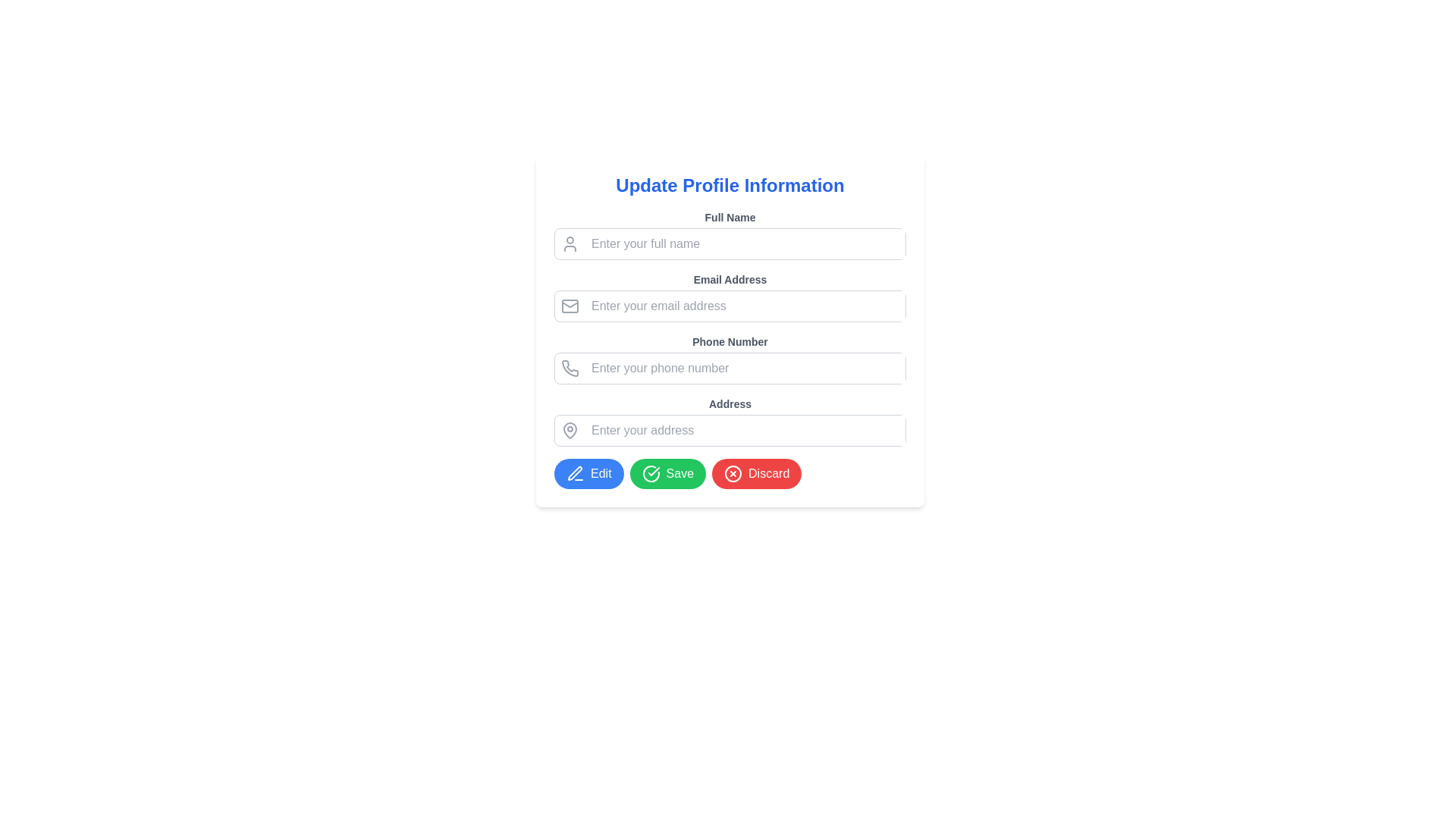 The image size is (1456, 819). What do you see at coordinates (730, 297) in the screenshot?
I see `the email input field labeled 'Email Address' to focus the input for user entry` at bounding box center [730, 297].